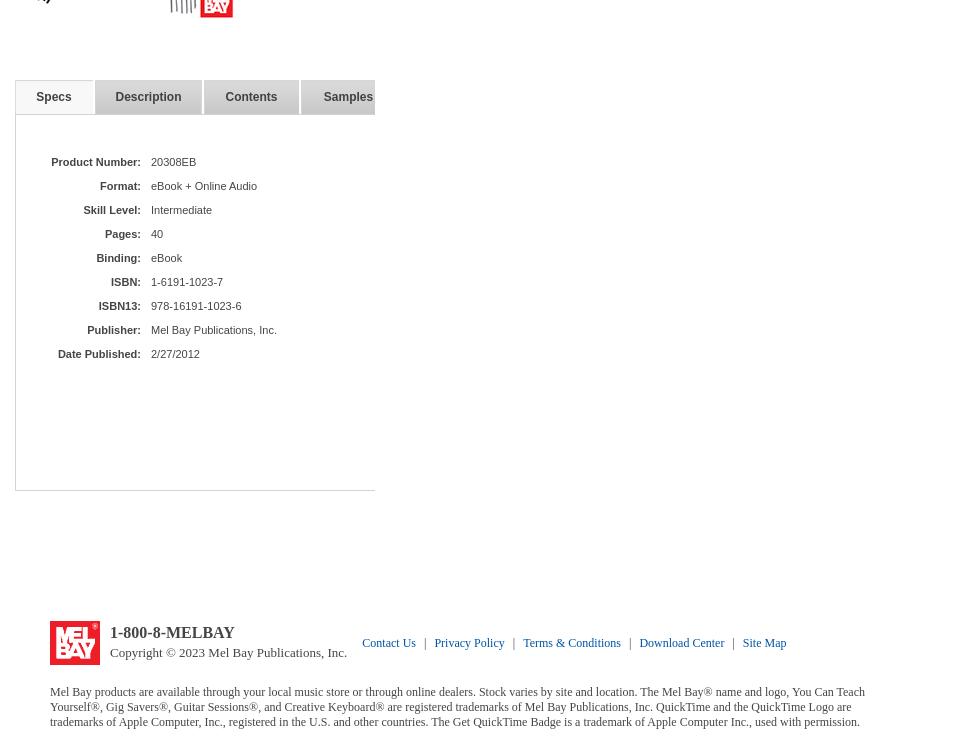  Describe the element at coordinates (113, 329) in the screenshot. I see `'Publisher:'` at that location.